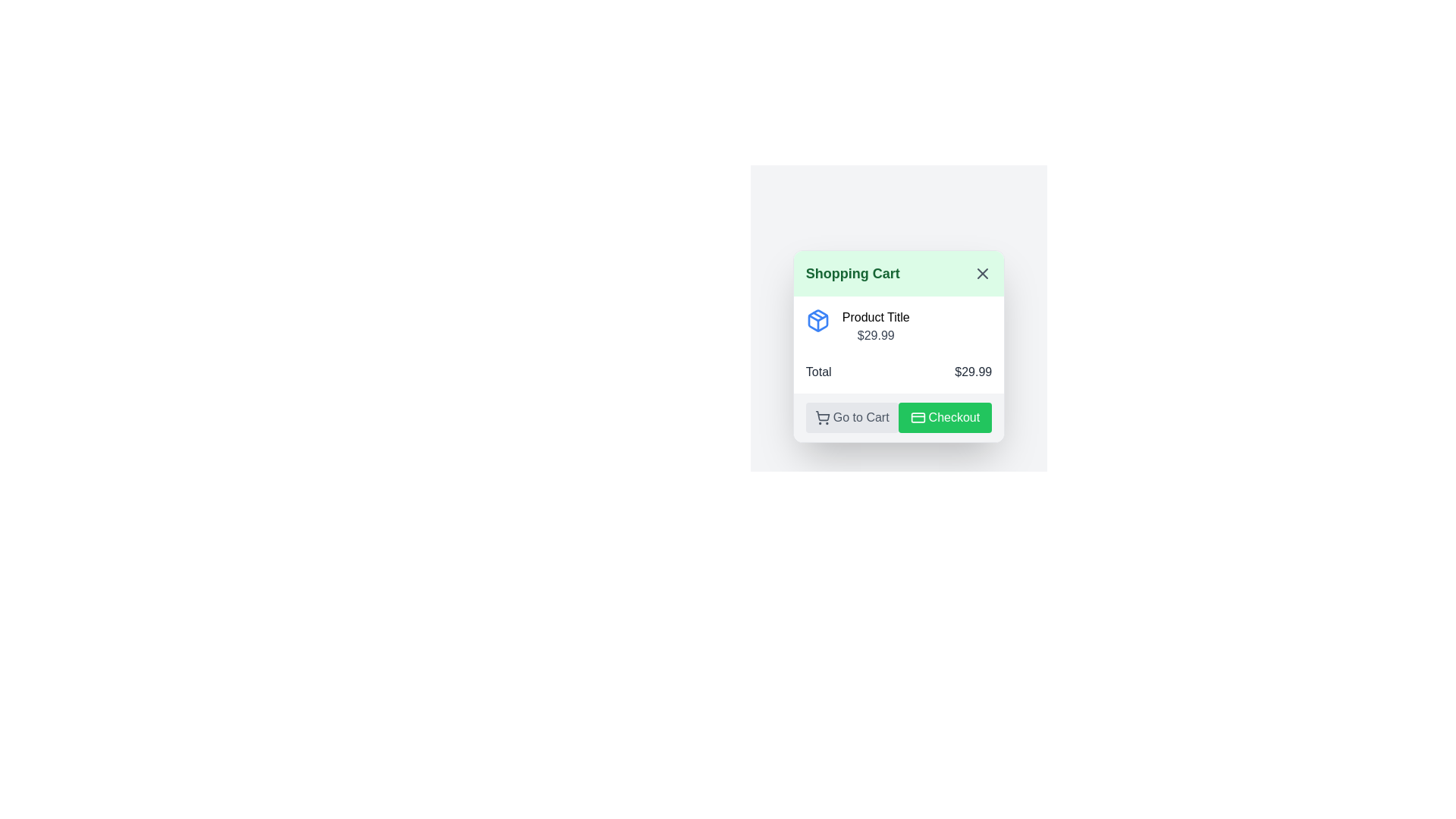  What do you see at coordinates (983, 274) in the screenshot?
I see `the Close Button (SVG) located in the top-right corner of the green header labeled 'Shopping Cart'` at bounding box center [983, 274].